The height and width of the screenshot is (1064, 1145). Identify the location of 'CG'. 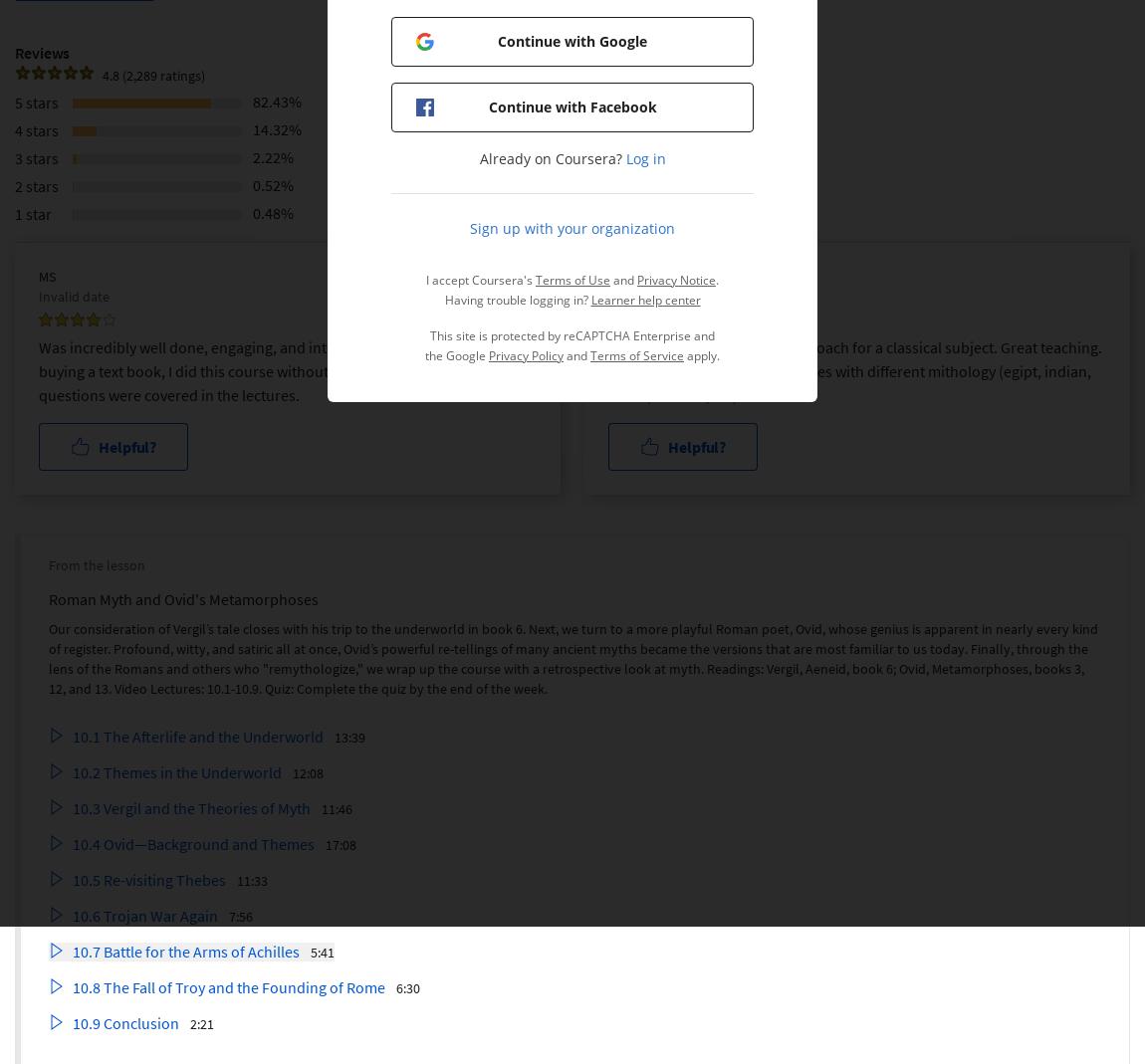
(615, 274).